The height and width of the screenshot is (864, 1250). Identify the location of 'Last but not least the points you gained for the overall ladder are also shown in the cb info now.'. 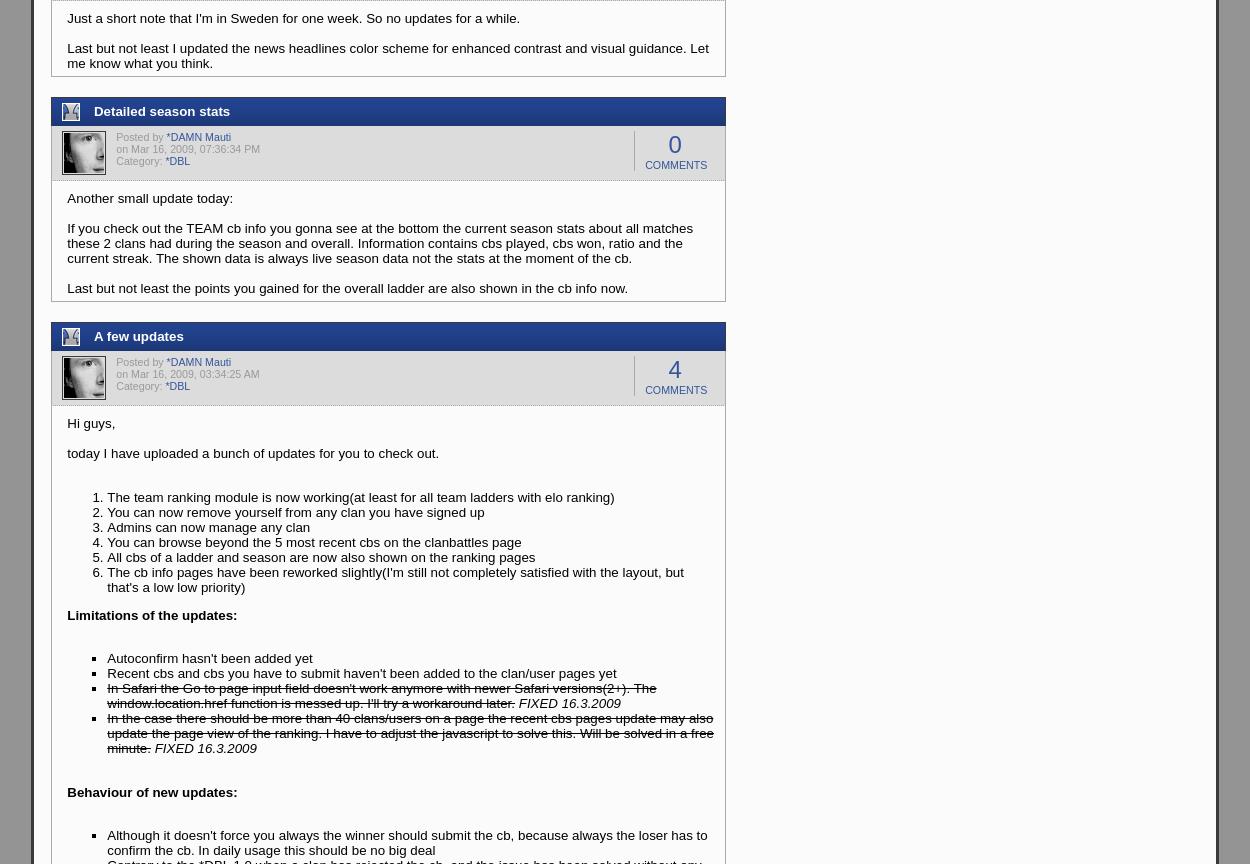
(346, 288).